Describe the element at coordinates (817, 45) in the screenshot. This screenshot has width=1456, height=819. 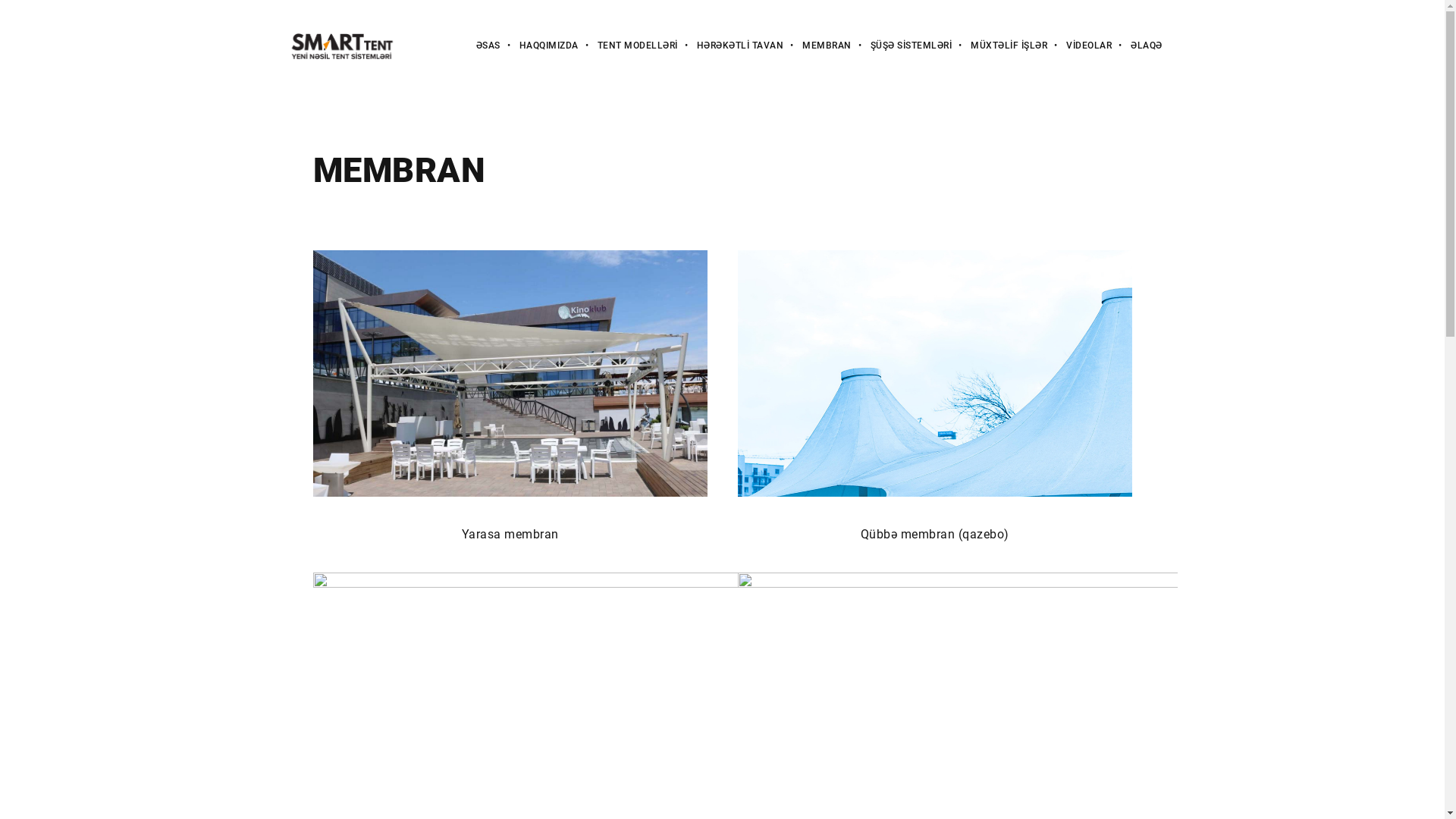
I see `'MEMBRAN'` at that location.